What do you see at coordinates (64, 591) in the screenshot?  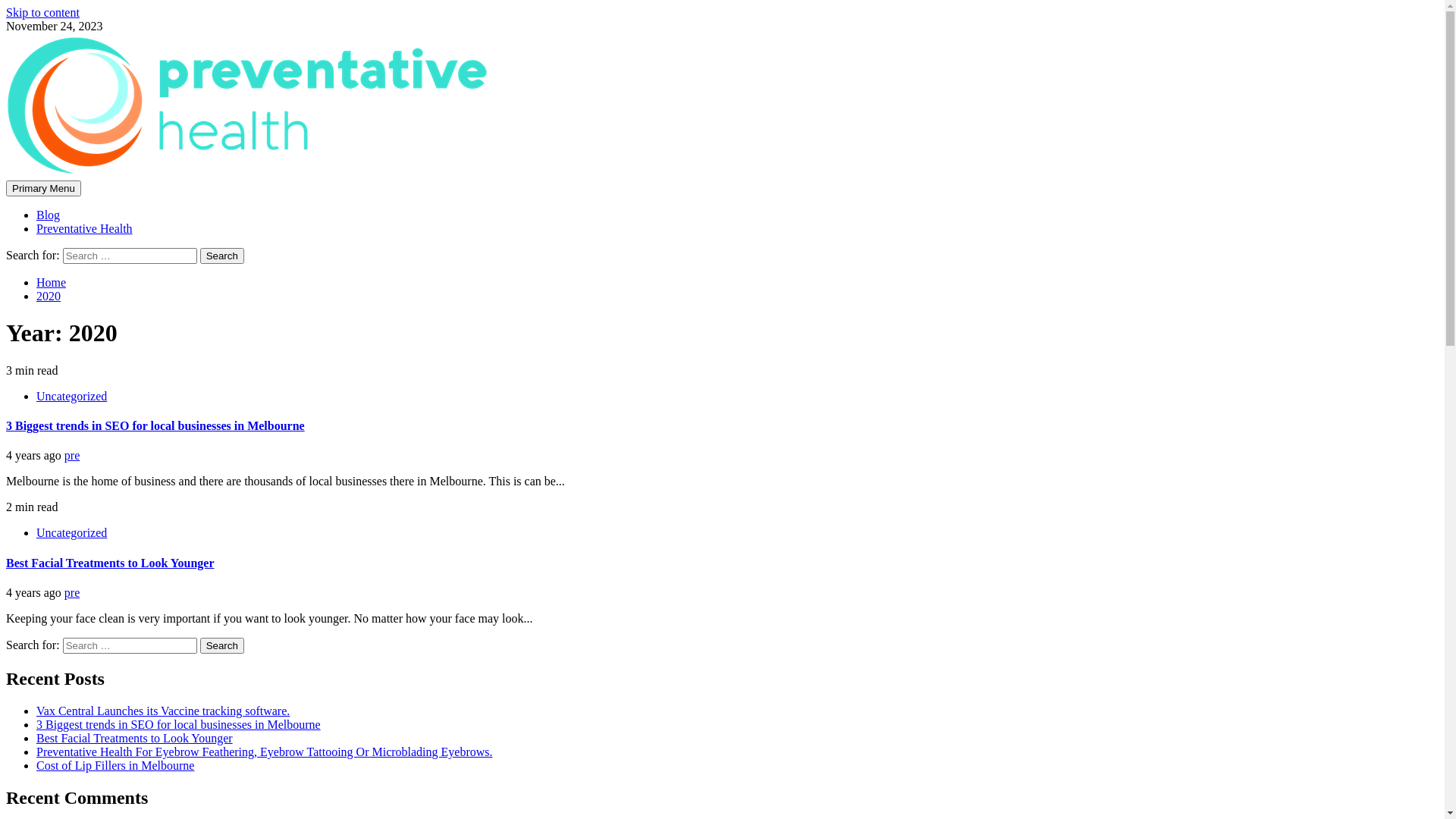 I see `'pre'` at bounding box center [64, 591].